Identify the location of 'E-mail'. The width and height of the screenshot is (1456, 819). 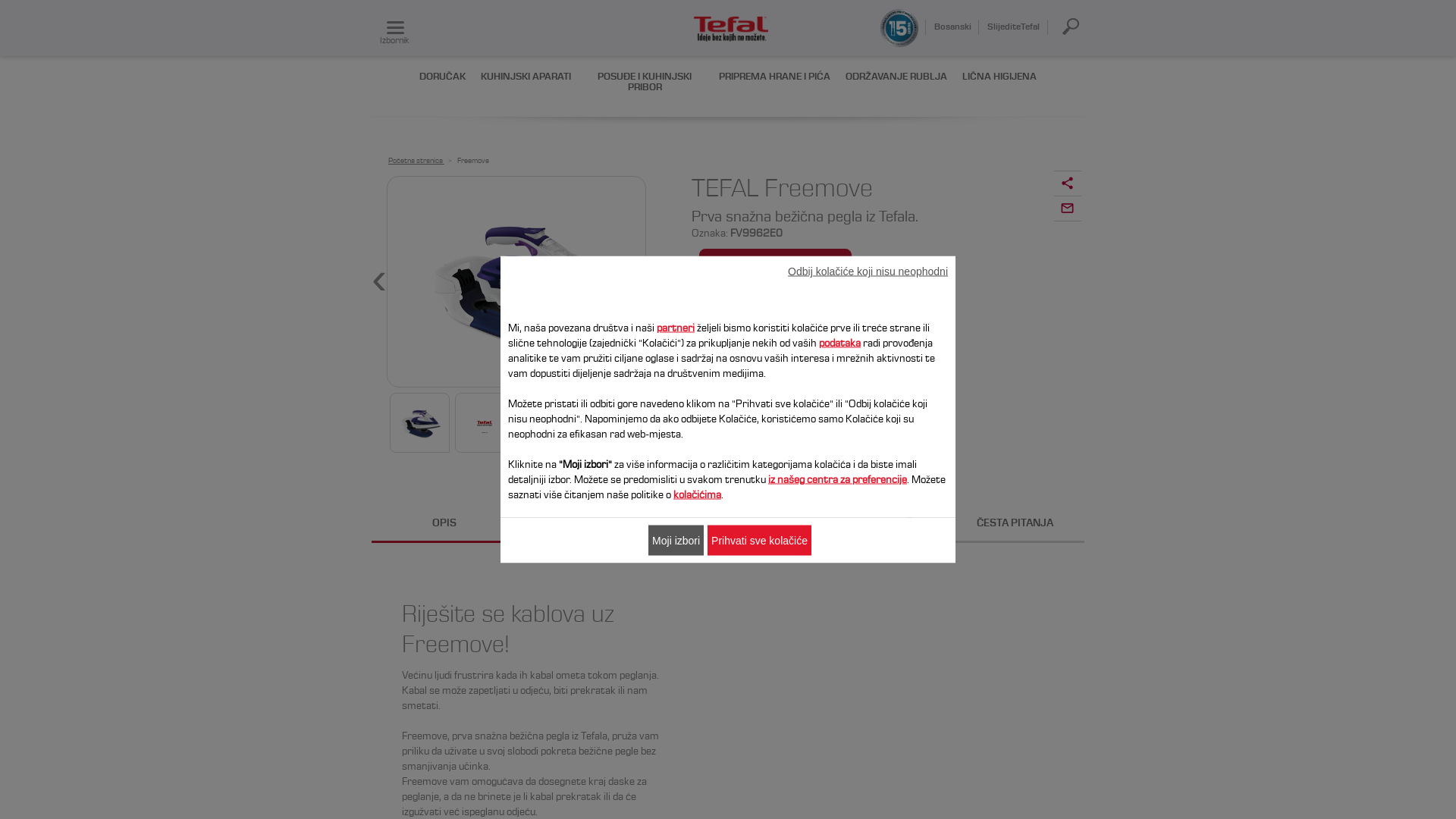
(1066, 209).